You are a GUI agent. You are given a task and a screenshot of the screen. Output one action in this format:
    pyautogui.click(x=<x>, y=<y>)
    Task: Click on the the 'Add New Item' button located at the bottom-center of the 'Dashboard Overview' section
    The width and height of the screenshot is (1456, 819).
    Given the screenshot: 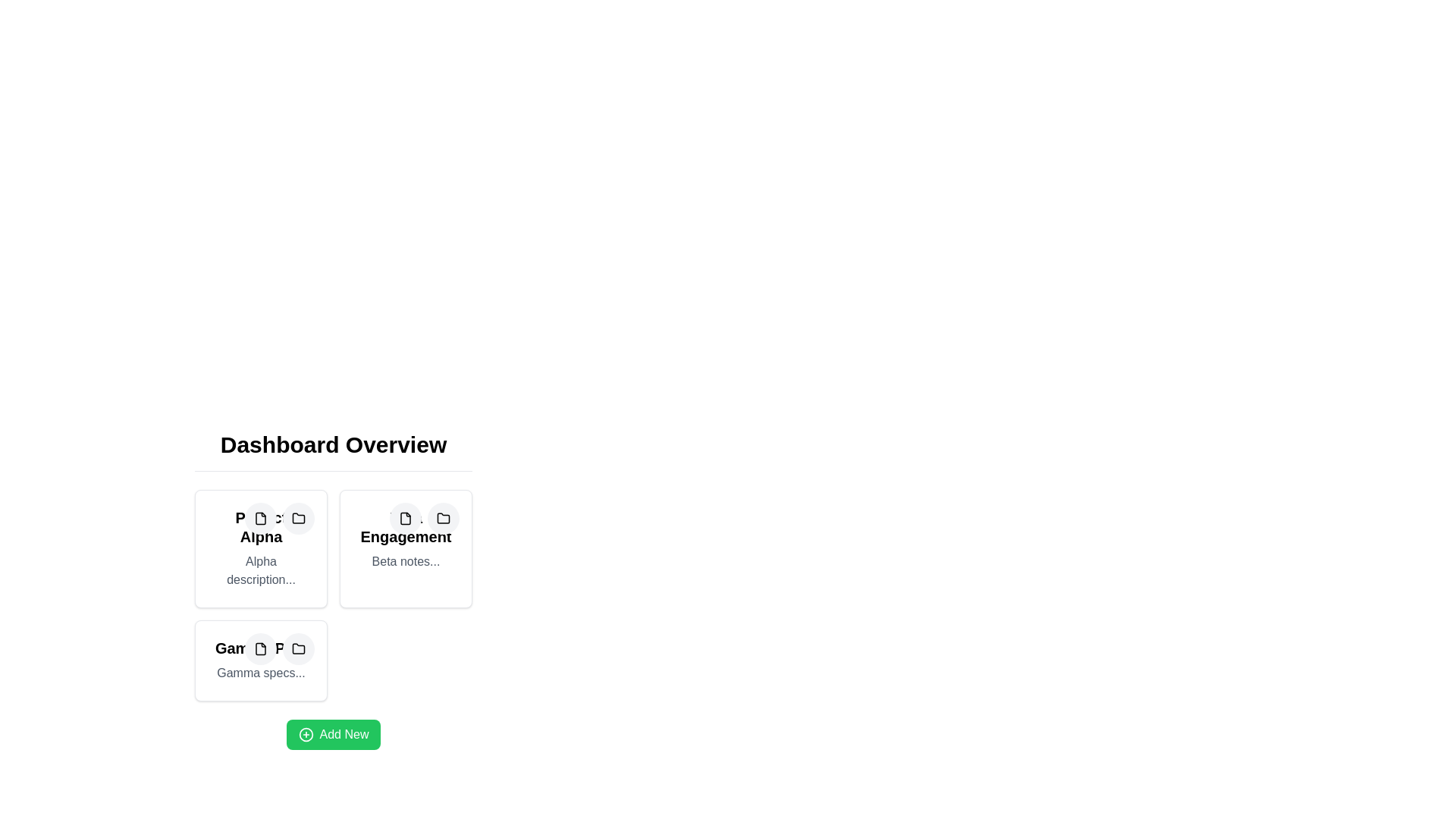 What is the action you would take?
    pyautogui.click(x=333, y=733)
    